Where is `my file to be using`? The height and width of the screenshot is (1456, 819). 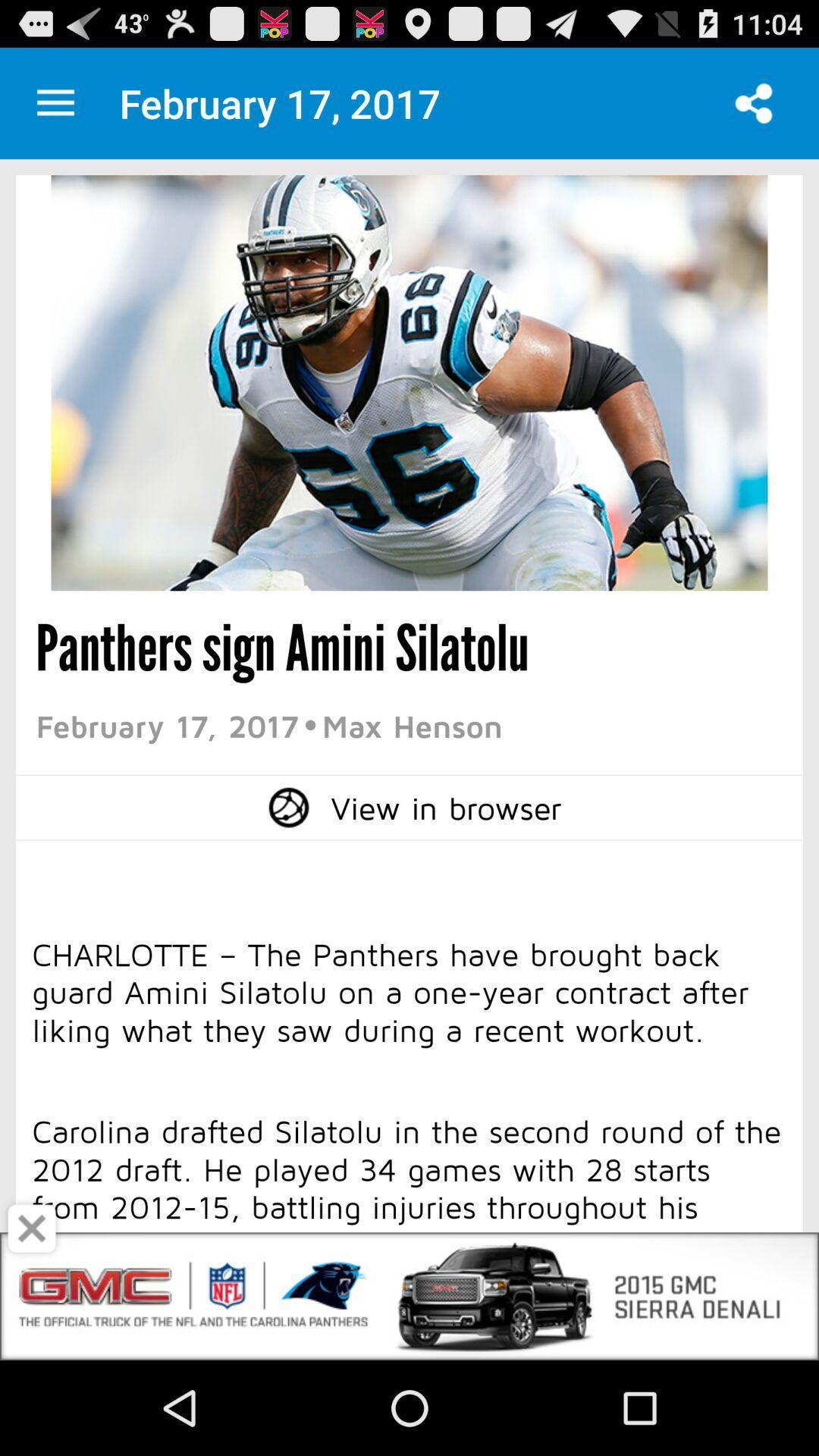 my file to be using is located at coordinates (55, 102).